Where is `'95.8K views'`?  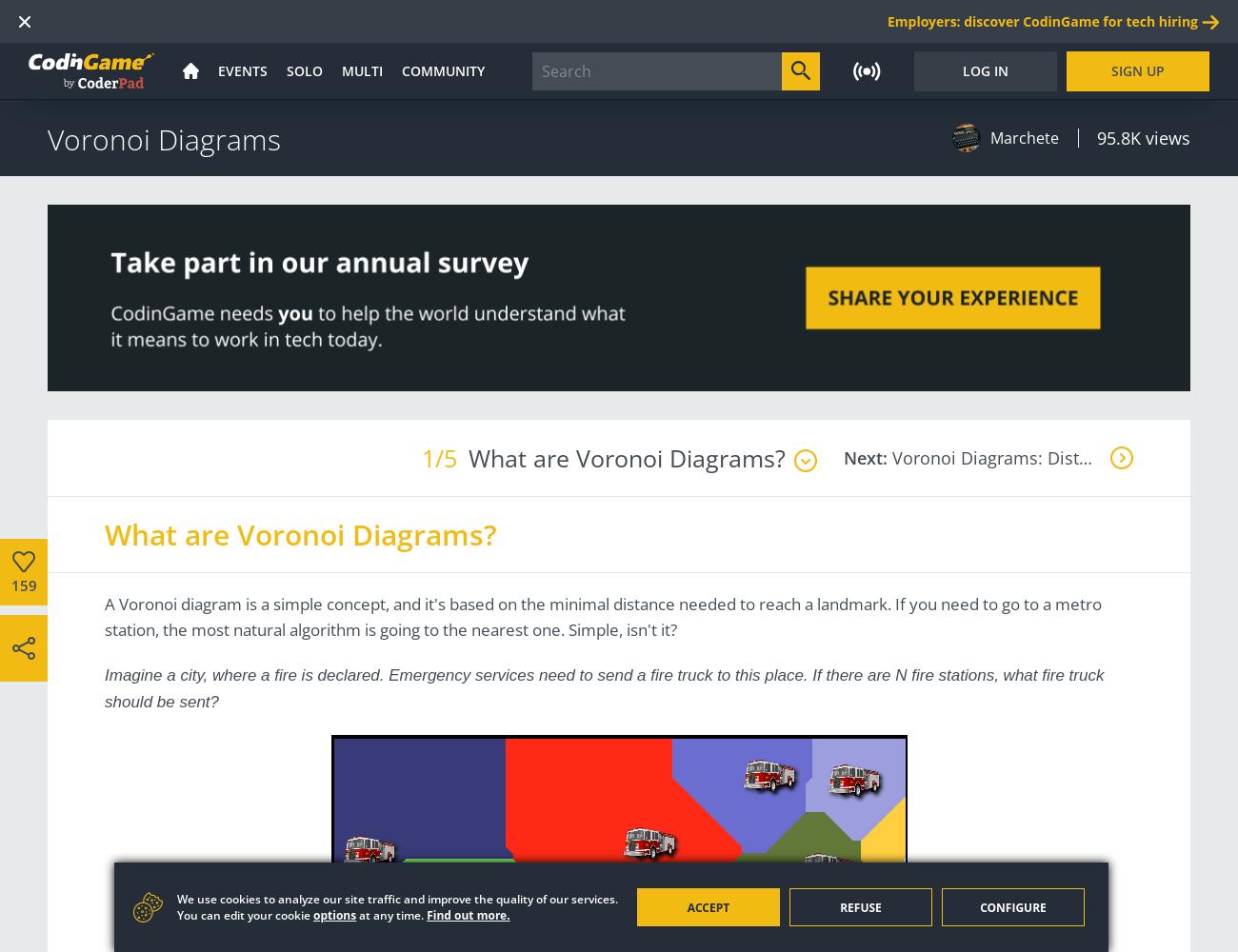 '95.8K views' is located at coordinates (1142, 138).